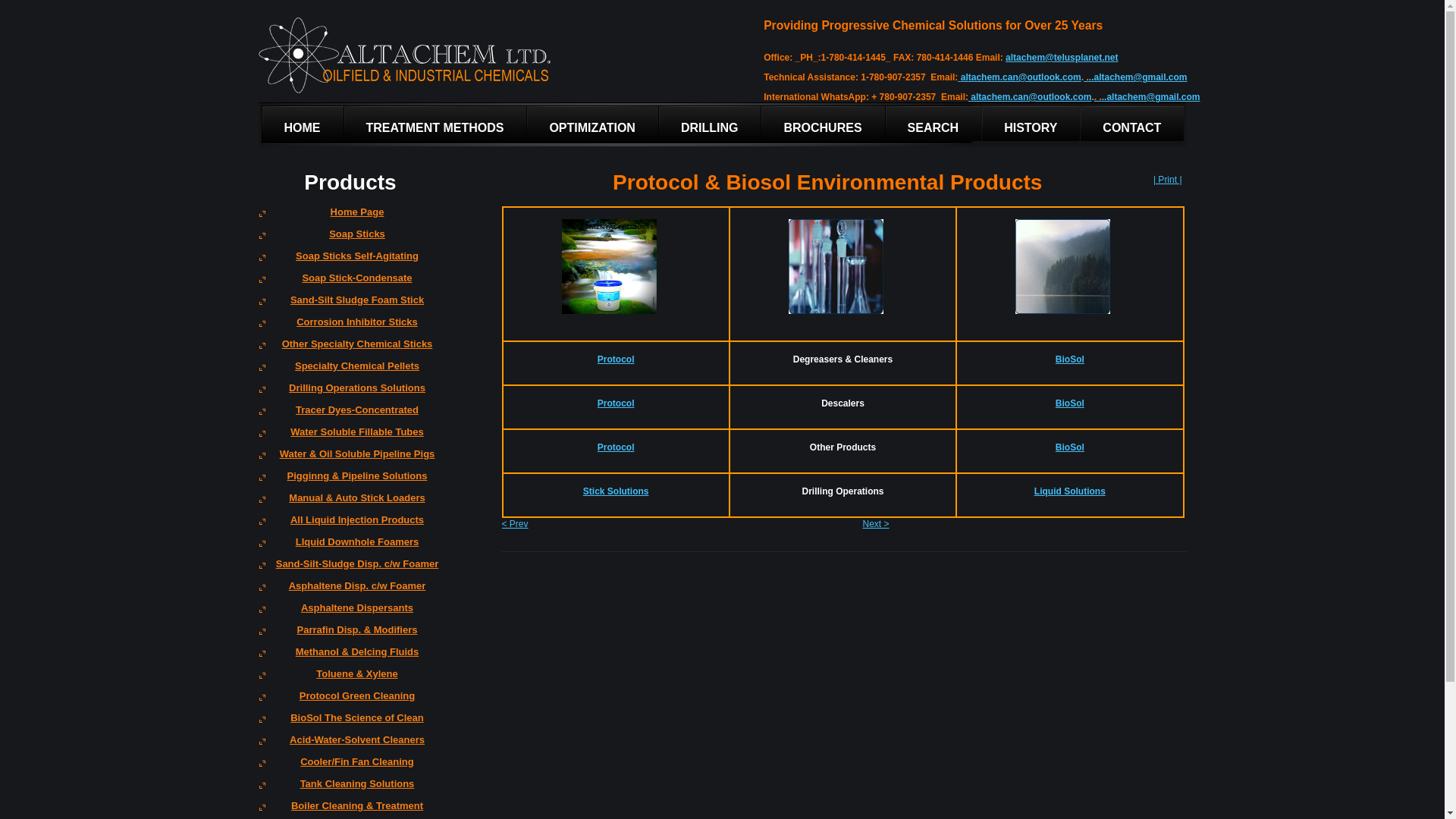 This screenshot has height=819, width=1456. What do you see at coordinates (350, 217) in the screenshot?
I see `'Home Page'` at bounding box center [350, 217].